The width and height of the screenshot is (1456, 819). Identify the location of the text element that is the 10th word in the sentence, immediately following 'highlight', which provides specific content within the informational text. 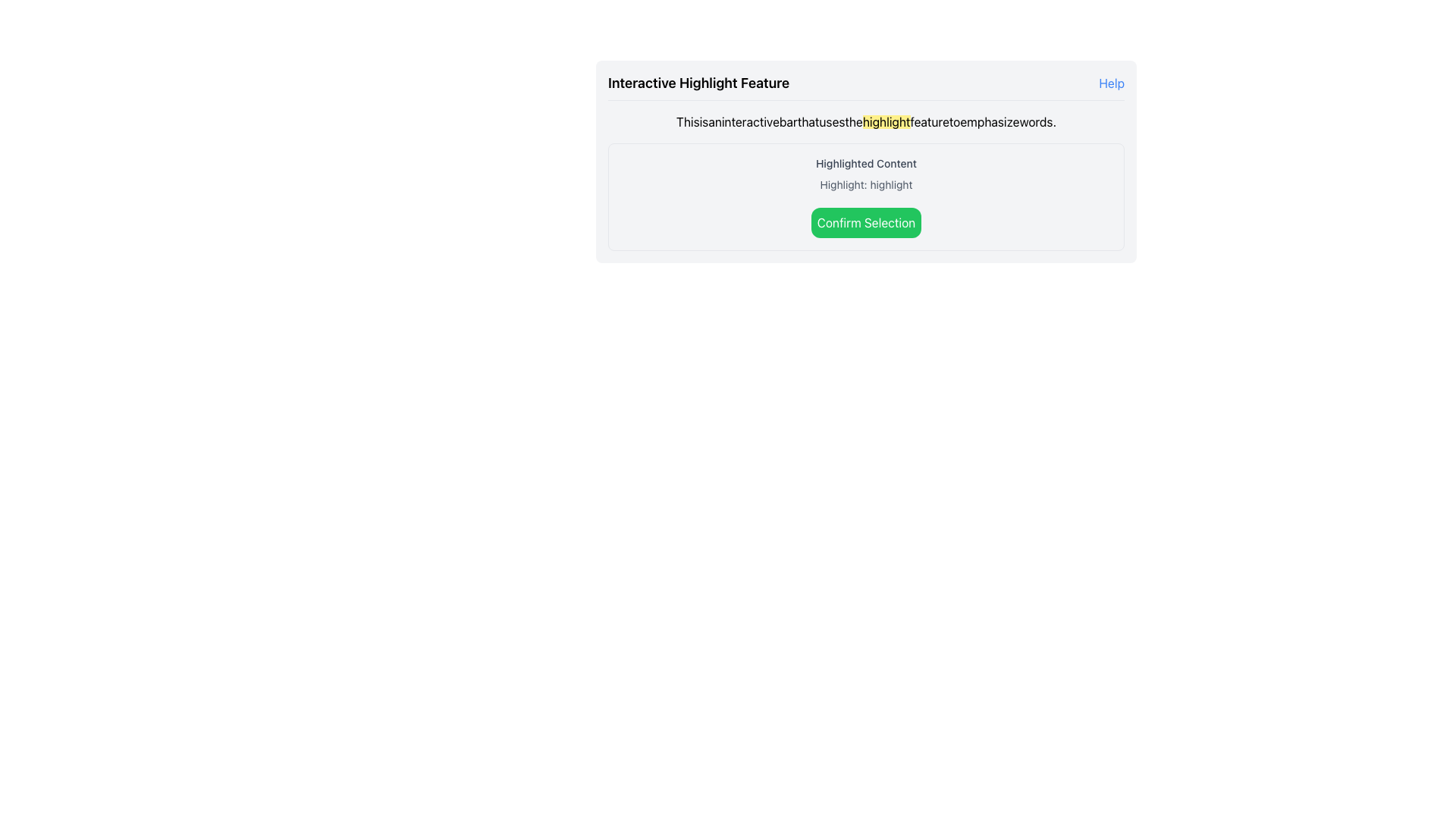
(929, 121).